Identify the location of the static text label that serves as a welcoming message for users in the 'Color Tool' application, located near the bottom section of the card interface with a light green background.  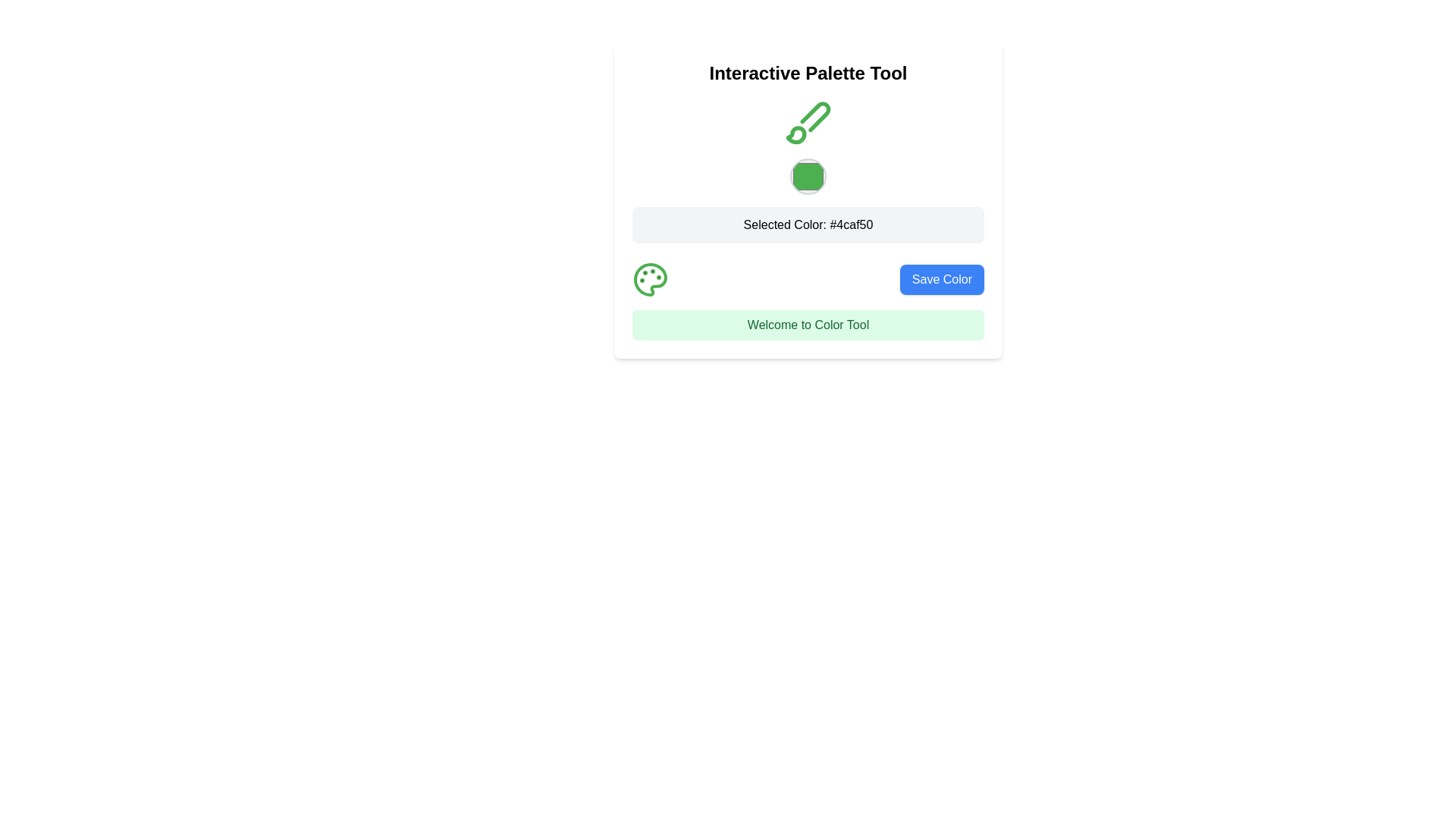
(807, 324).